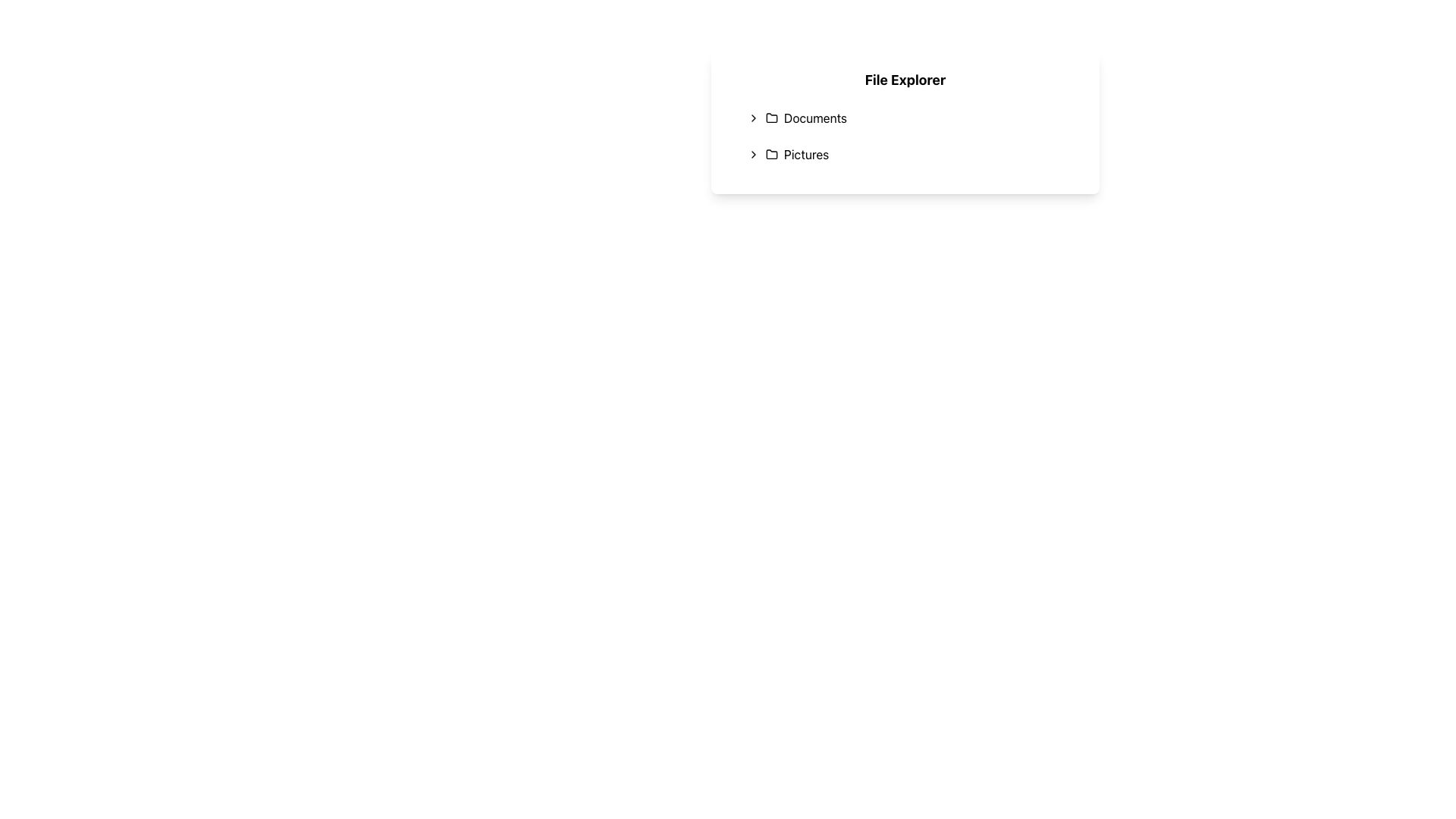 The width and height of the screenshot is (1456, 819). What do you see at coordinates (771, 117) in the screenshot?
I see `the folder icon associated with the 'Documents' item in the file navigation list by clicking on it` at bounding box center [771, 117].